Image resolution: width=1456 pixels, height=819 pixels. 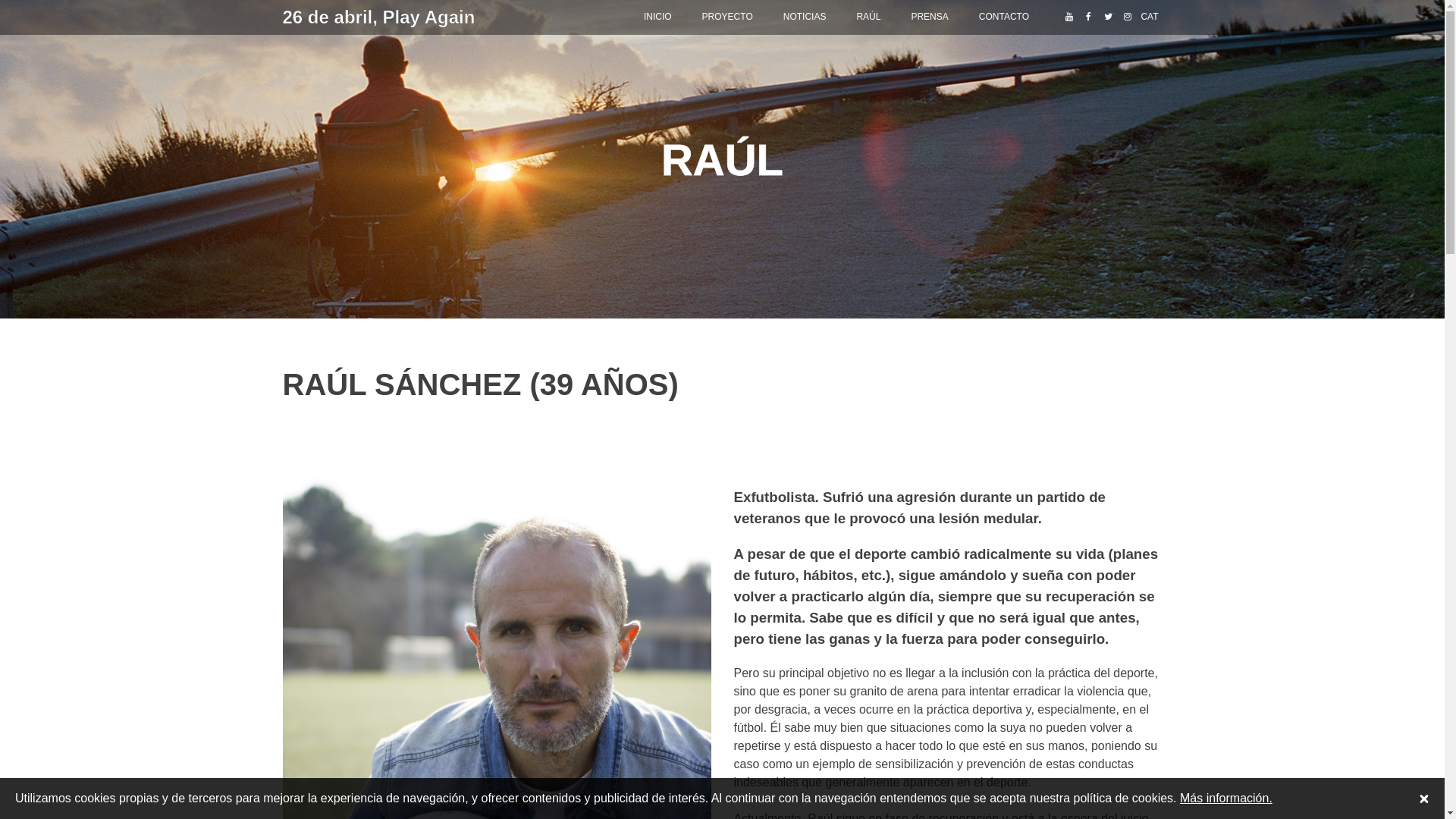 I want to click on 'CAT', so click(x=1149, y=17).